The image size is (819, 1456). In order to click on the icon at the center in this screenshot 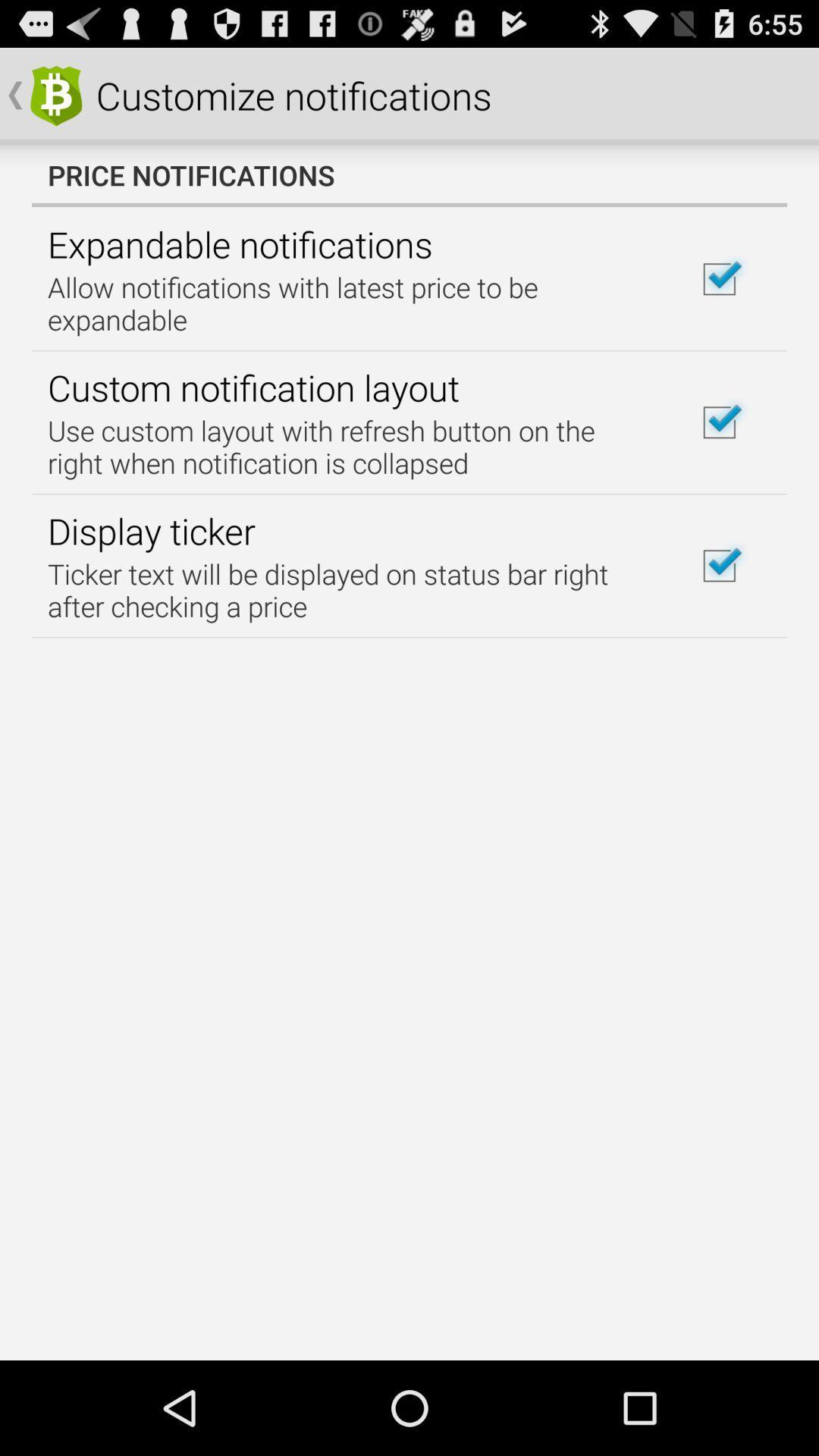, I will do `click(351, 589)`.